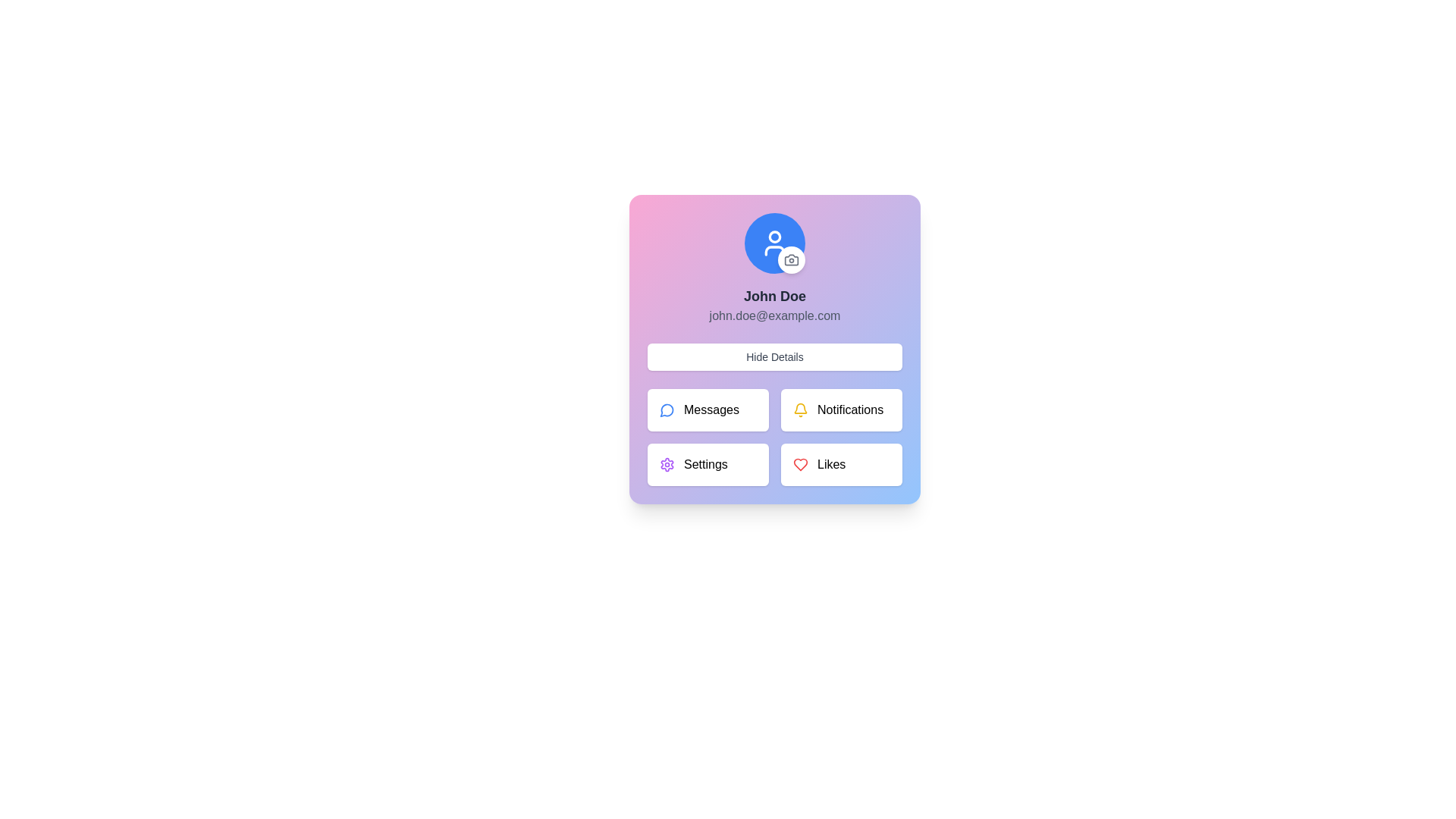 This screenshot has height=819, width=1456. I want to click on the gear icon with a purple outline located, so click(667, 464).